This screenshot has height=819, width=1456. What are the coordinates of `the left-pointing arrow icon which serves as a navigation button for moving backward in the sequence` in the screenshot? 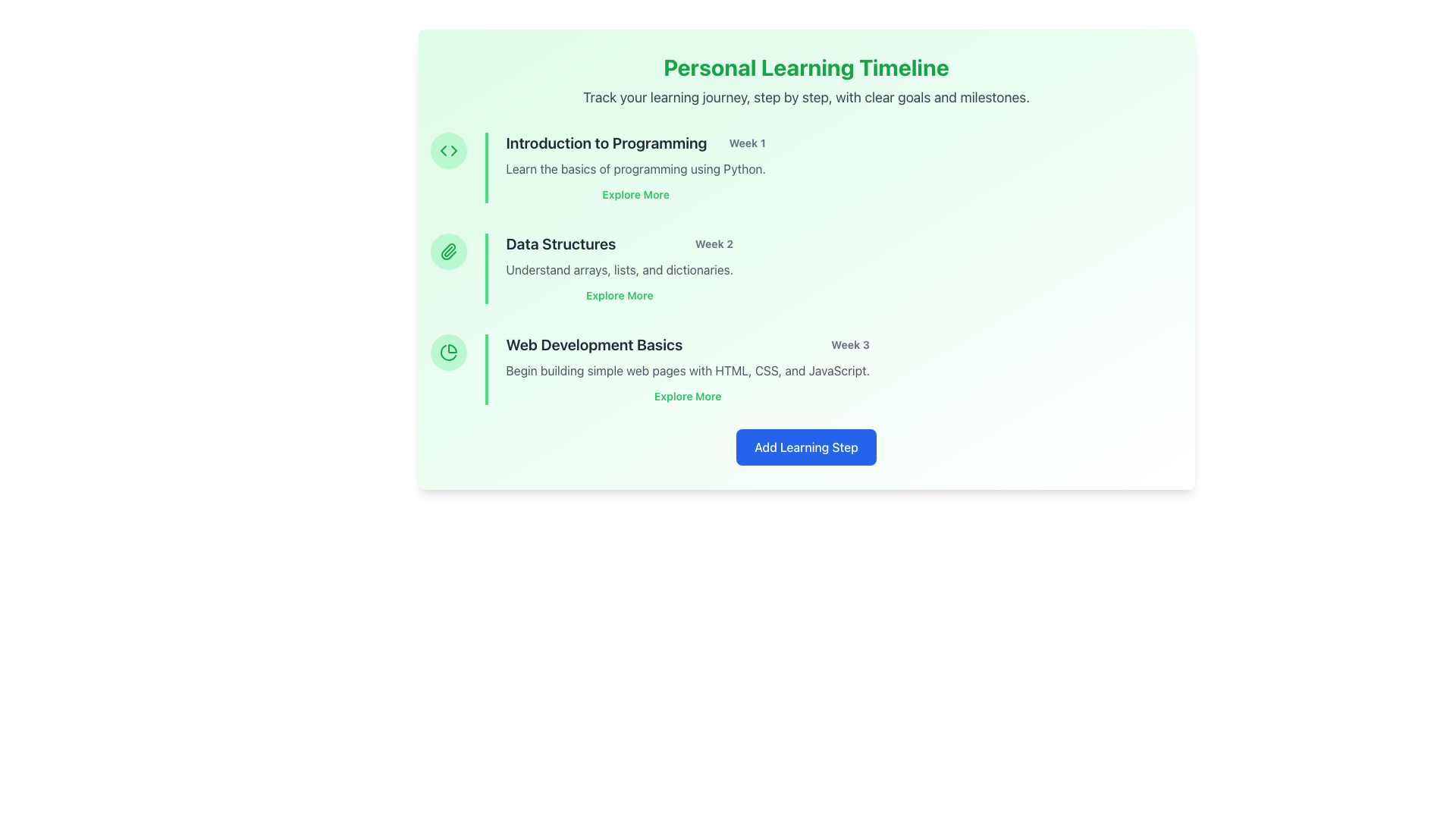 It's located at (442, 151).